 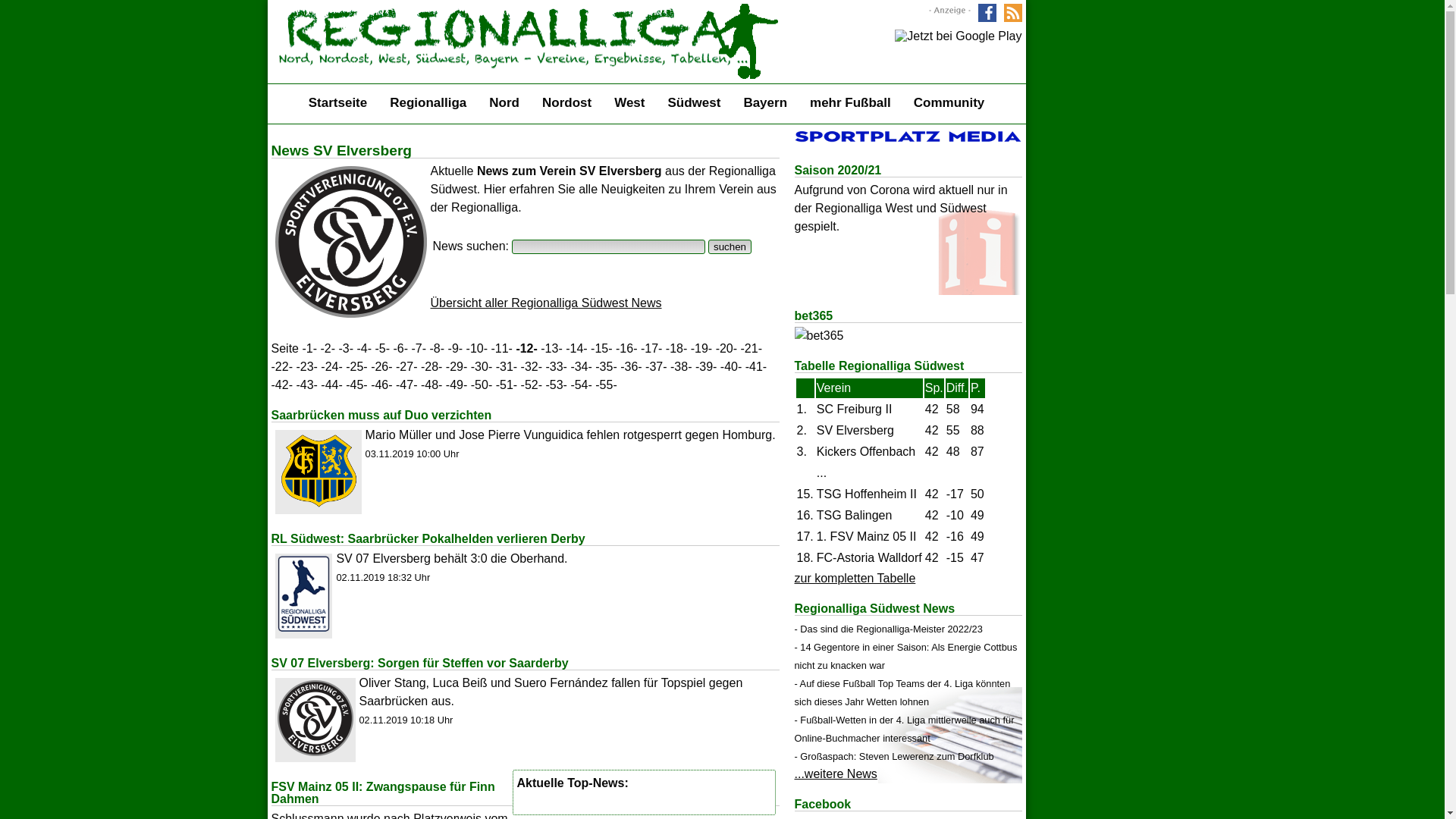 I want to click on '-9-', so click(x=454, y=348).